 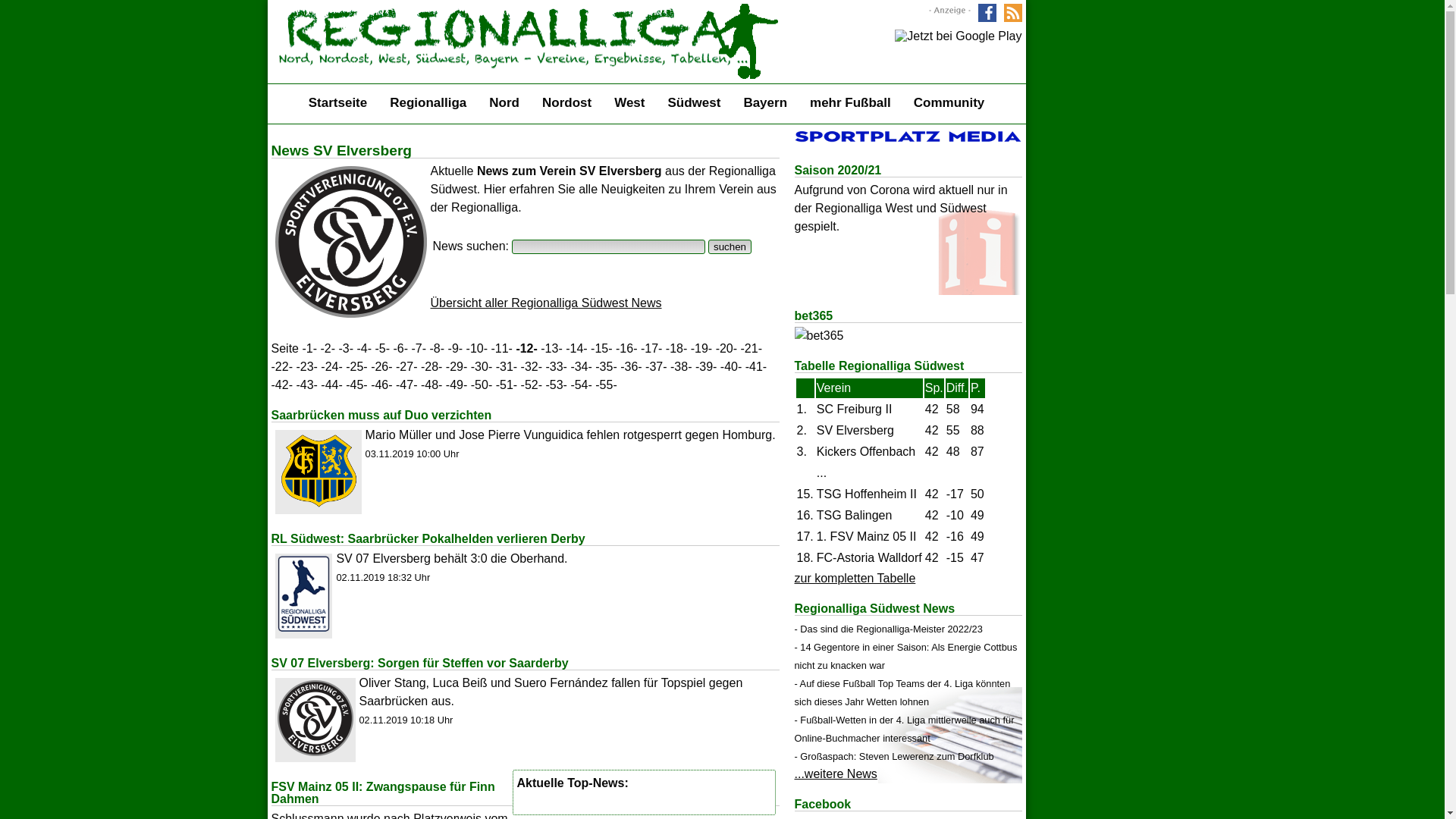 I want to click on '-9-', so click(x=454, y=348).